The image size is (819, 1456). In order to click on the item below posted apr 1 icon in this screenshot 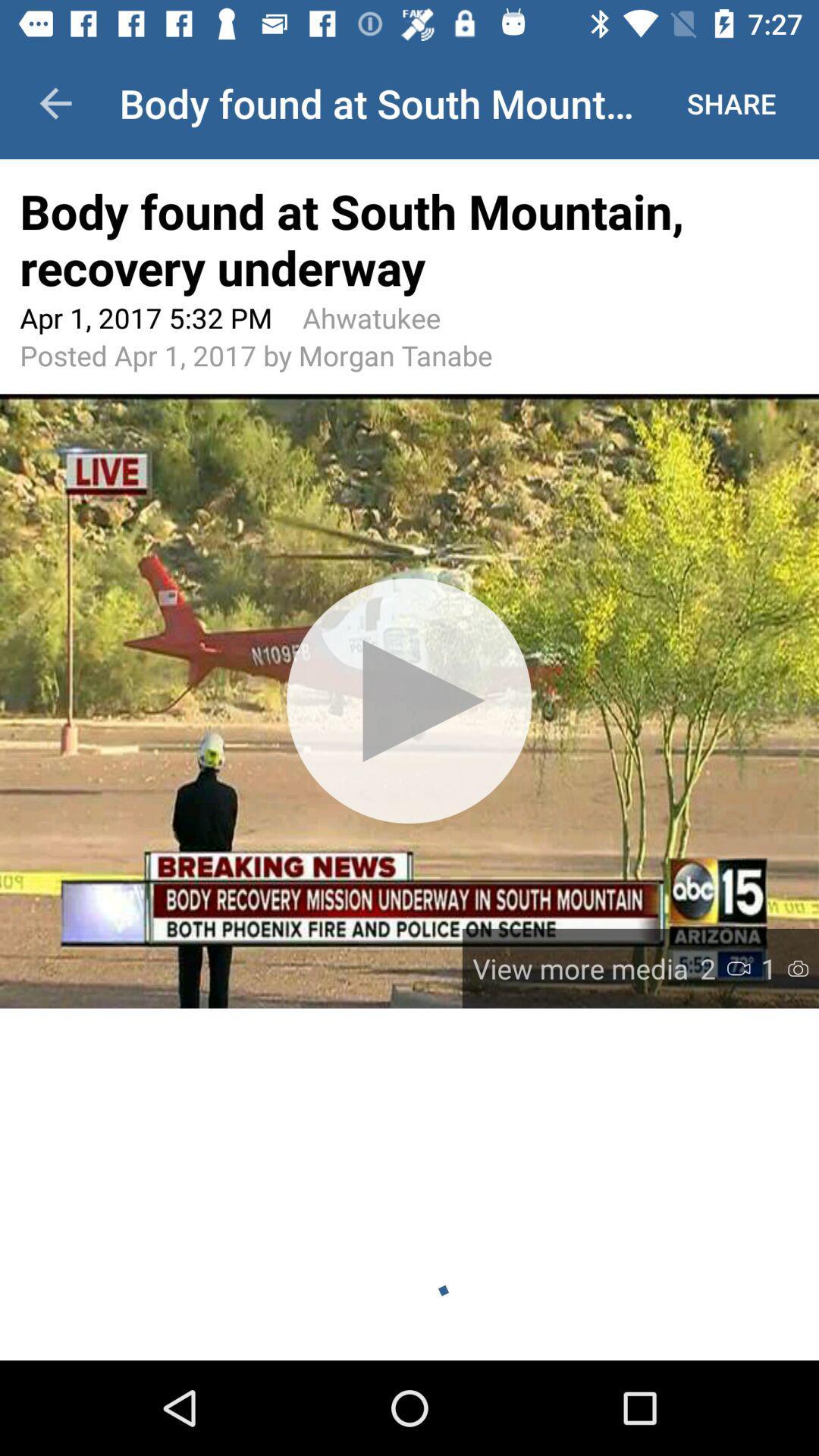, I will do `click(409, 700)`.